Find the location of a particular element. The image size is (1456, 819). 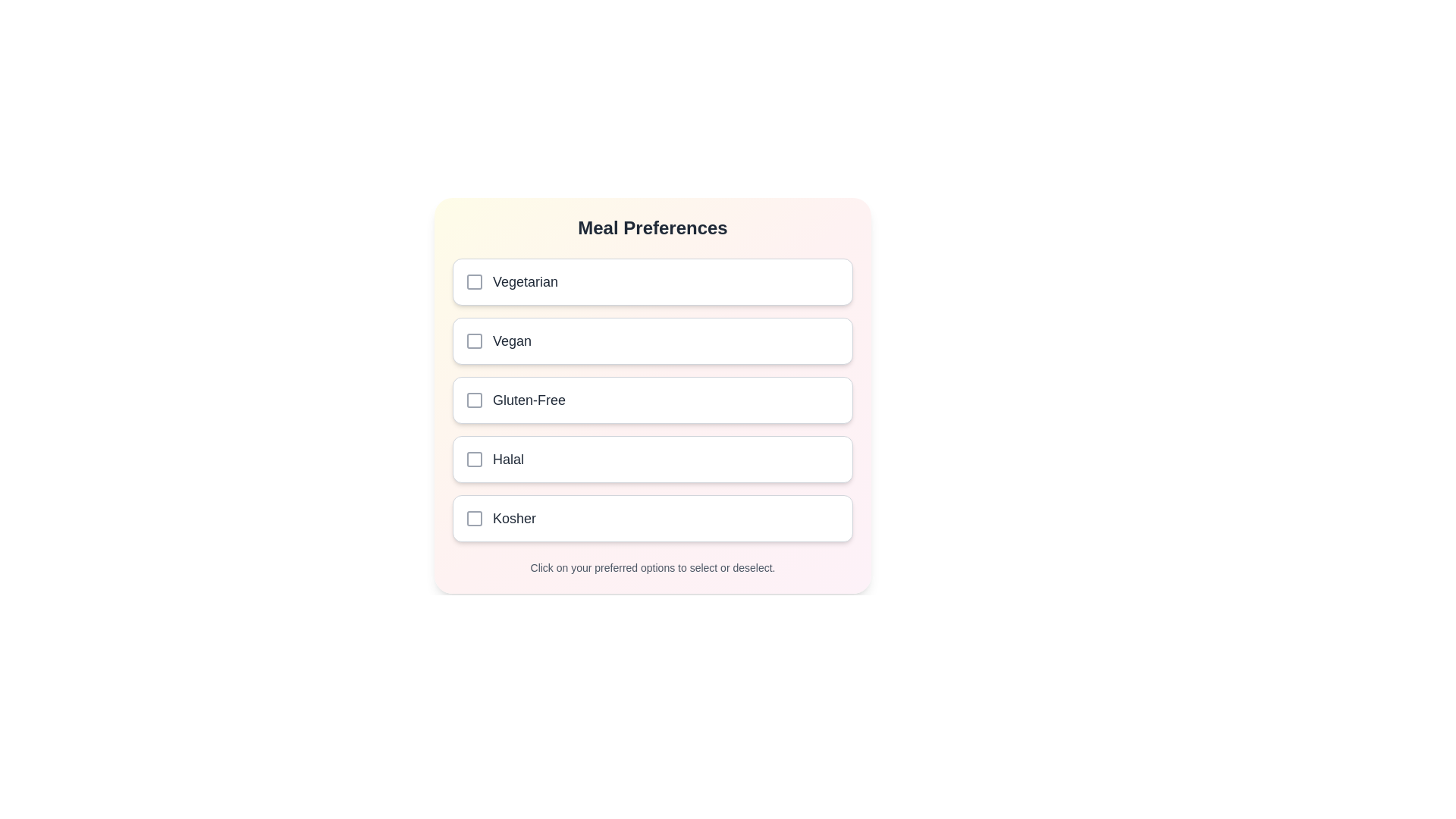

the meal preference Kosher is located at coordinates (652, 517).